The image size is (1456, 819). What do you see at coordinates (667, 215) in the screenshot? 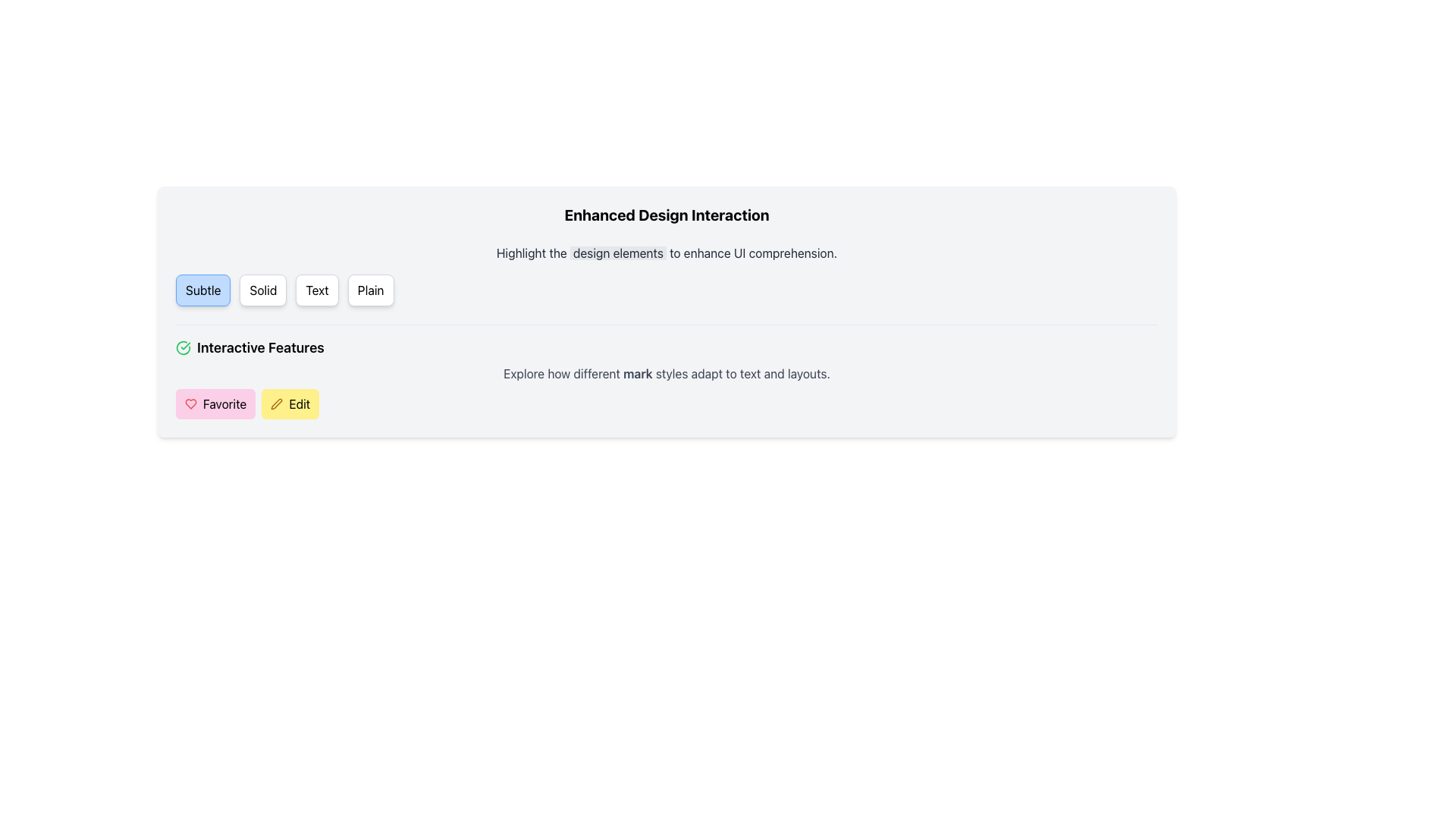
I see `text from the Text Label that serves as a section title, providing context for the content described below` at bounding box center [667, 215].